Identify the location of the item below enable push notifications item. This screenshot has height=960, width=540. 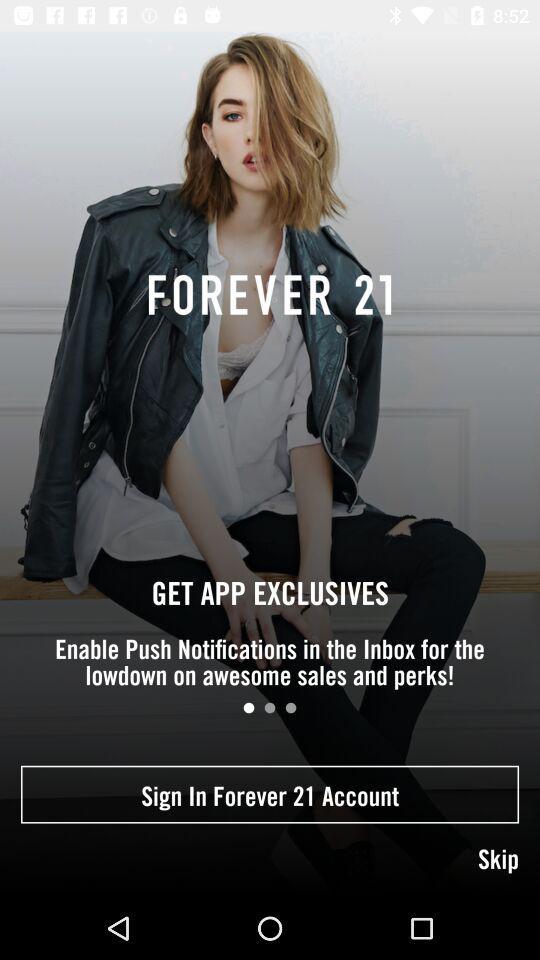
(270, 708).